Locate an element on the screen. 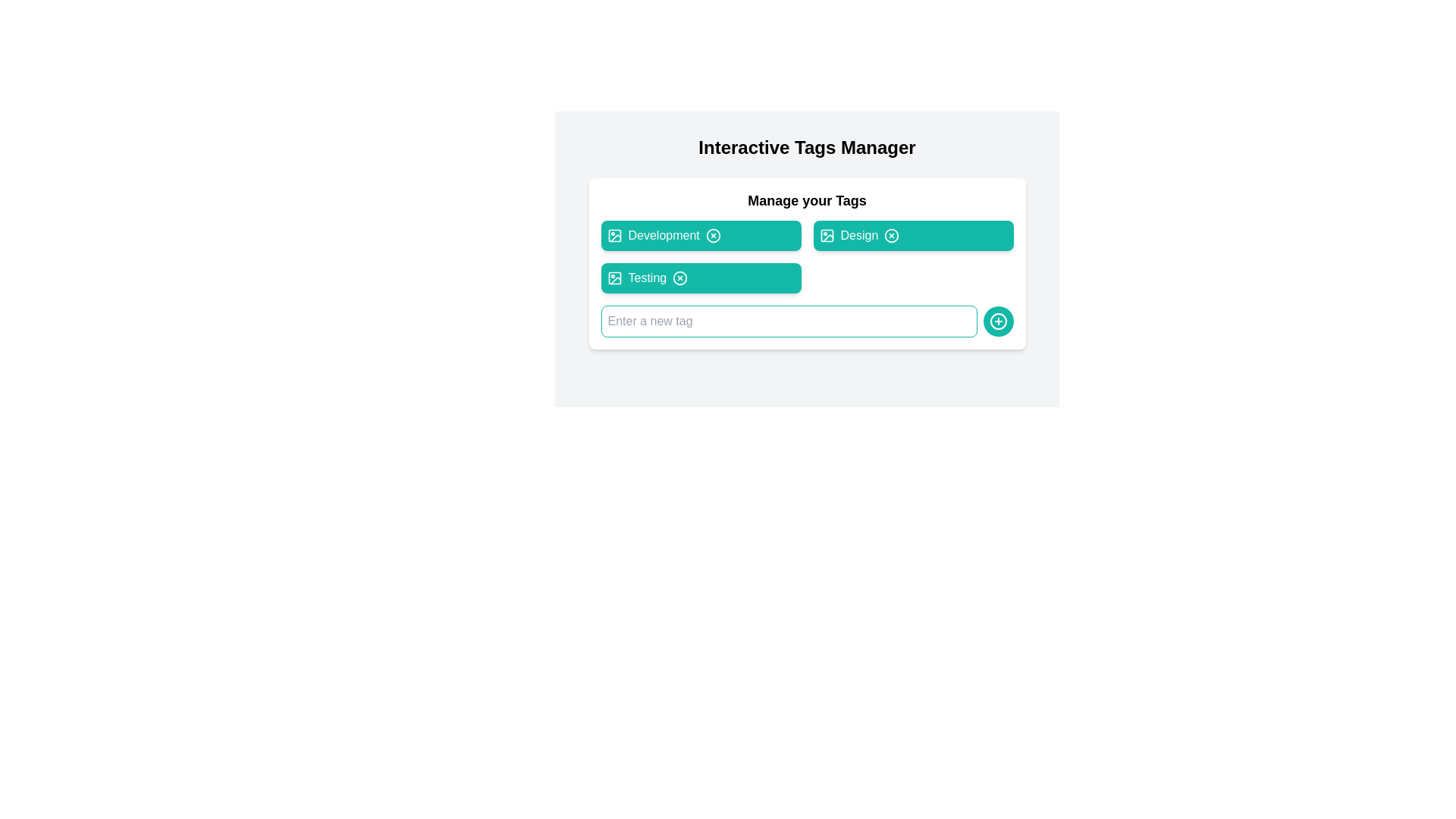  the circular Close/Delete Button with a centered cross mark (×) is located at coordinates (679, 278).